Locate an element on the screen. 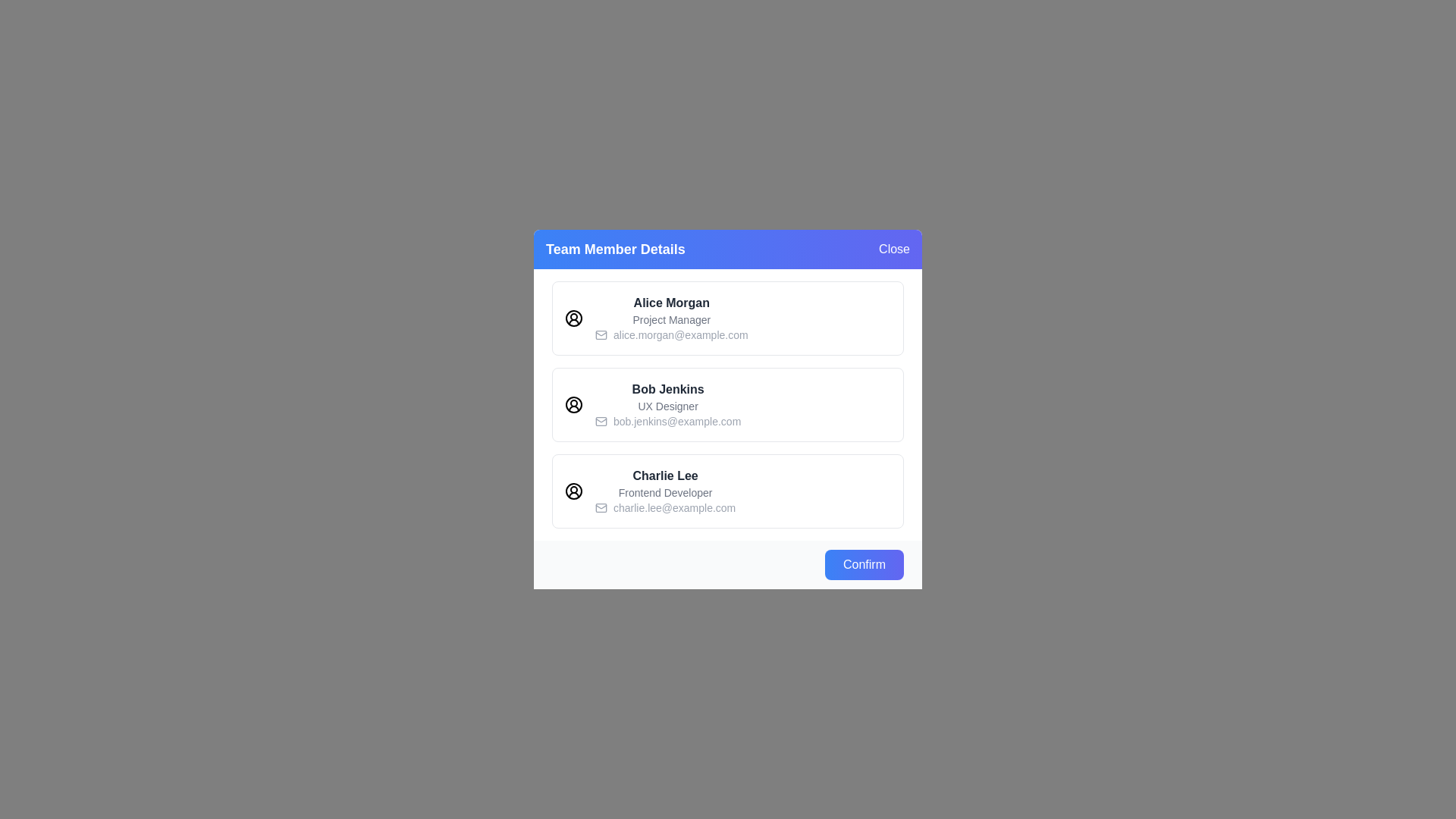  static text label displaying the job title for user 'Charlie Lee', located in the 'Team Member Details' dialog box is located at coordinates (665, 493).